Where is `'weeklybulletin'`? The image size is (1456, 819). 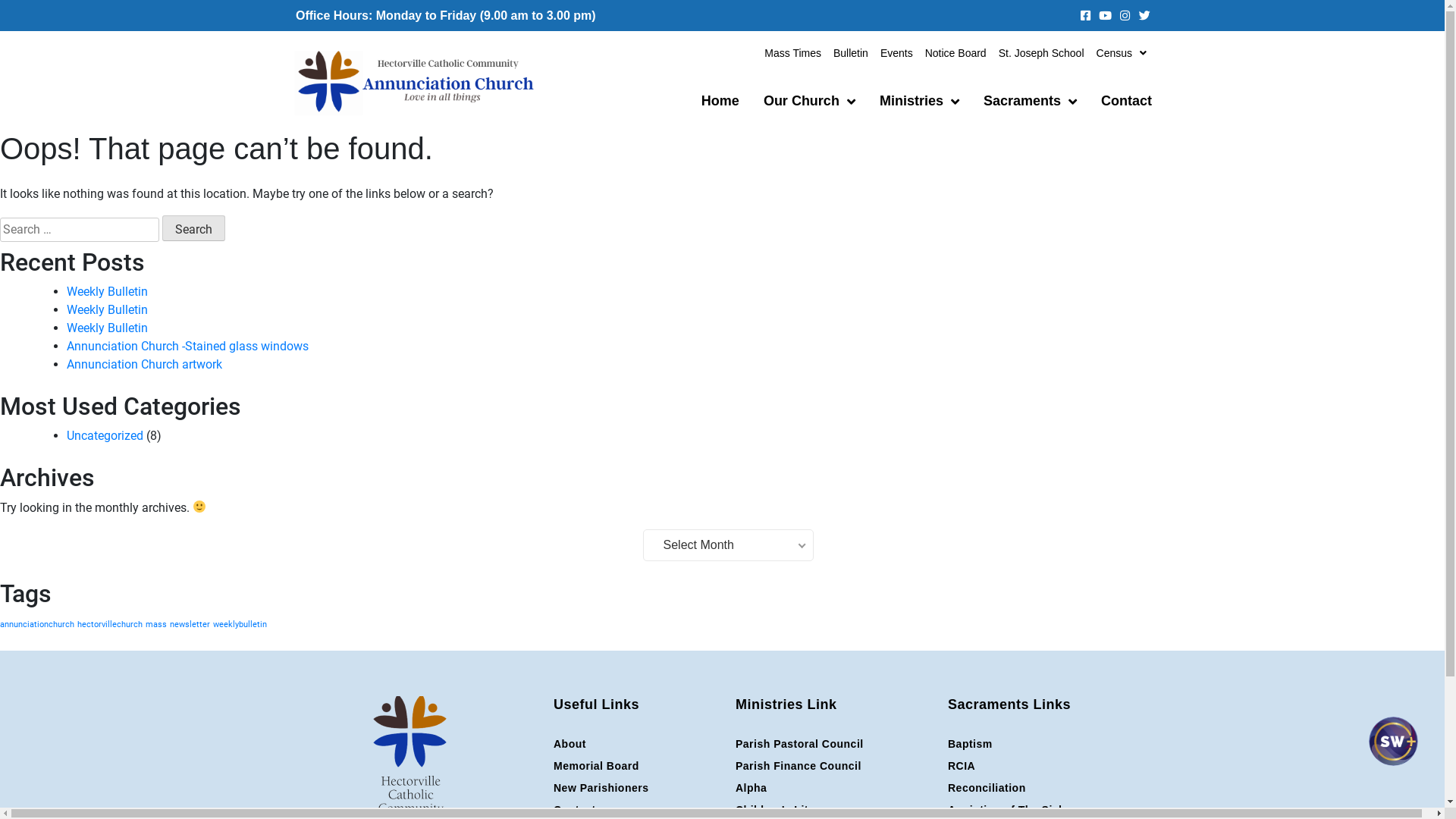
'weeklybulletin' is located at coordinates (212, 624).